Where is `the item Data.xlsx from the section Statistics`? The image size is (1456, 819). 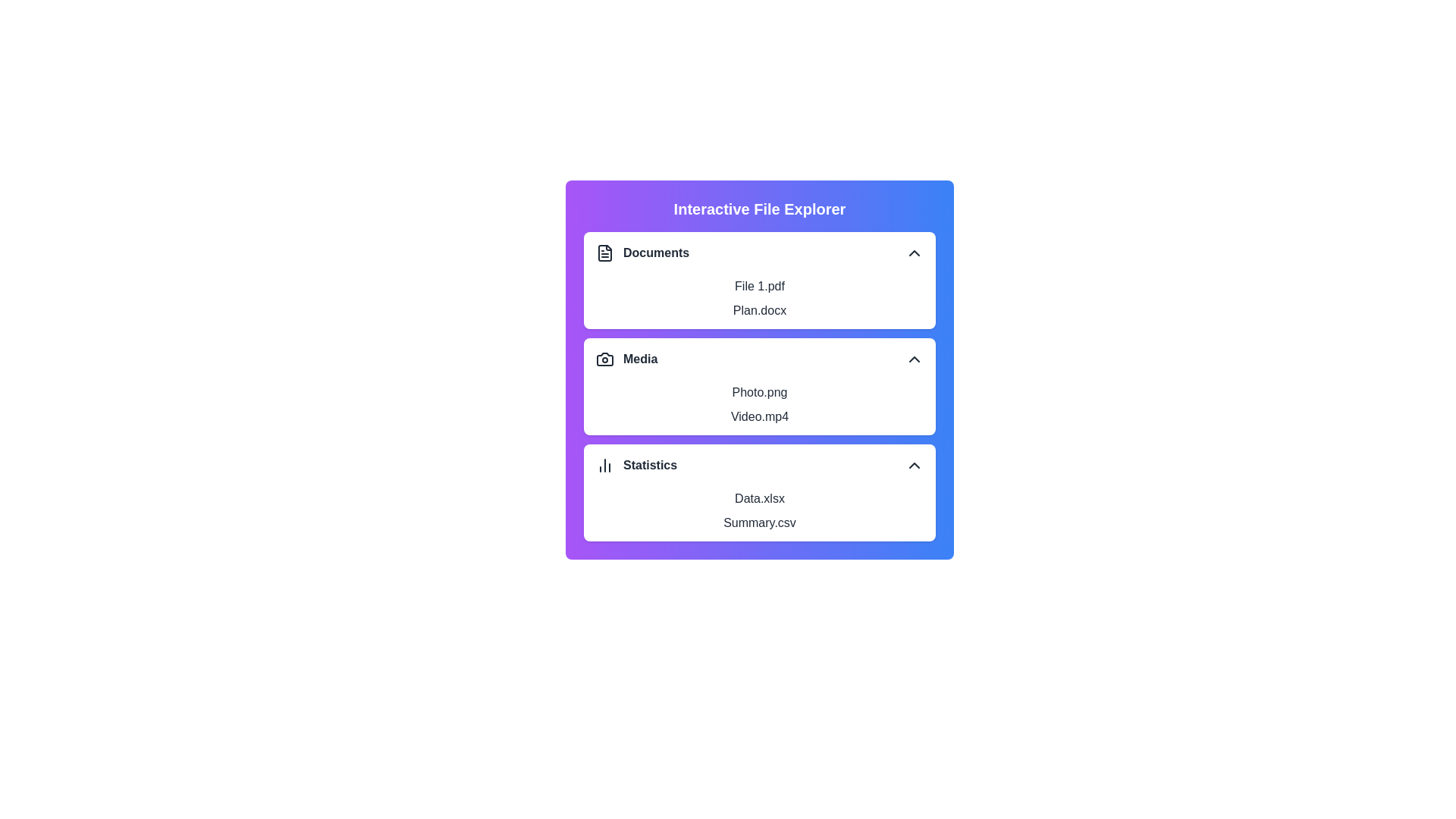 the item Data.xlsx from the section Statistics is located at coordinates (760, 499).